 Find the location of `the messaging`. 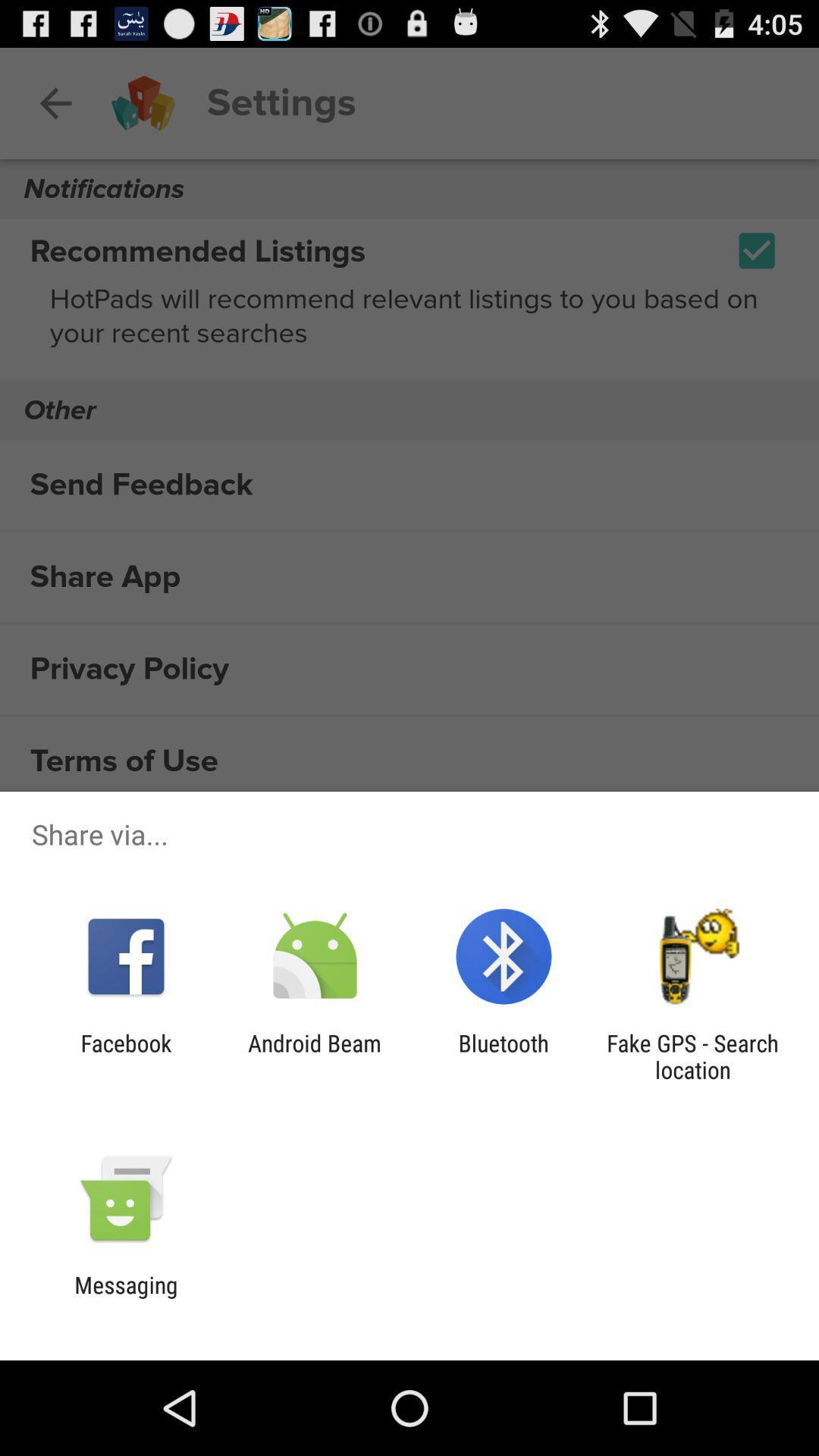

the messaging is located at coordinates (125, 1298).